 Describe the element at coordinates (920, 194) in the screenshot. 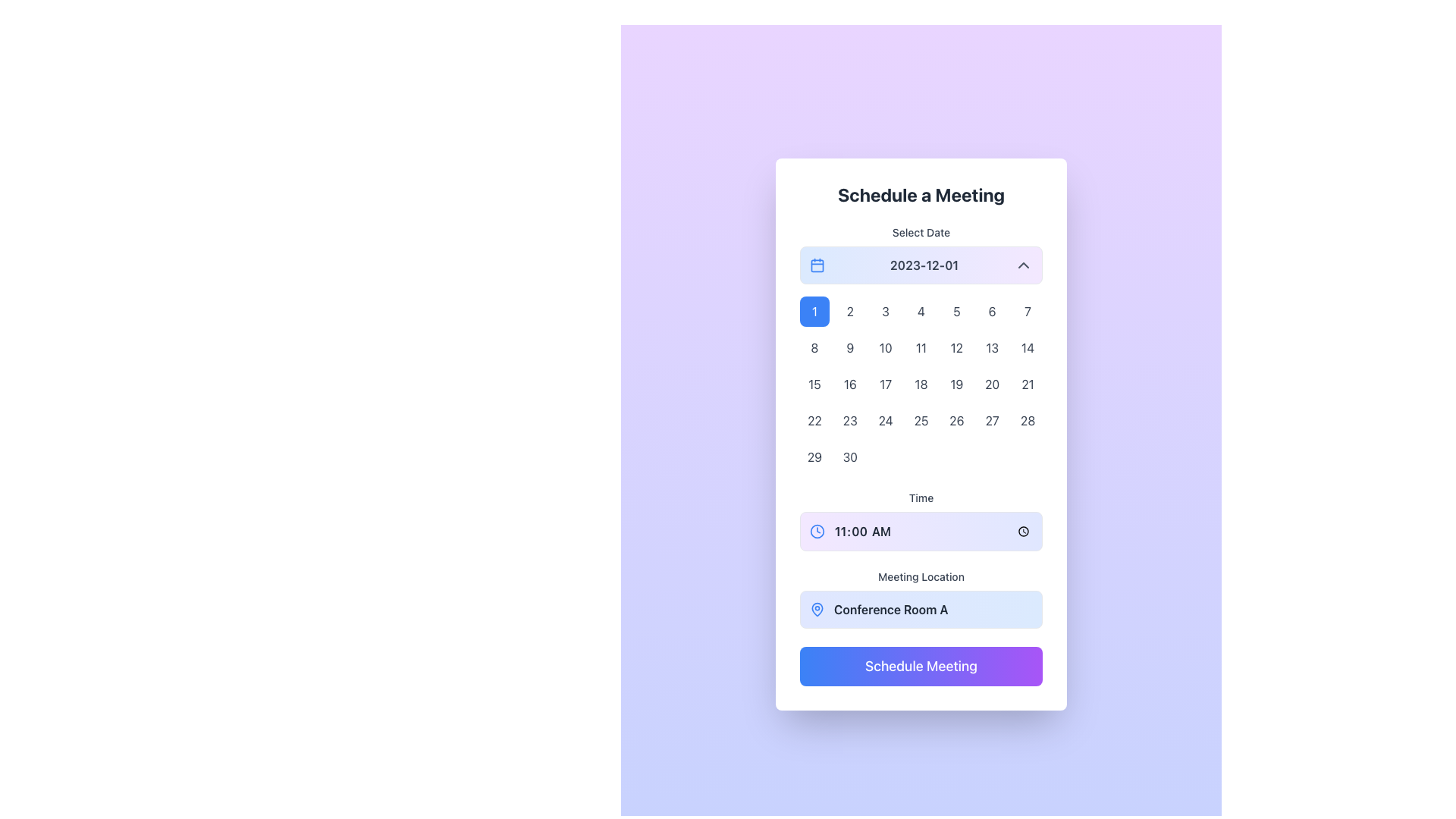

I see `the bold and large text label that reads 'Schedule a Meeting', which is center-aligned at the top of a card-like interface` at that location.